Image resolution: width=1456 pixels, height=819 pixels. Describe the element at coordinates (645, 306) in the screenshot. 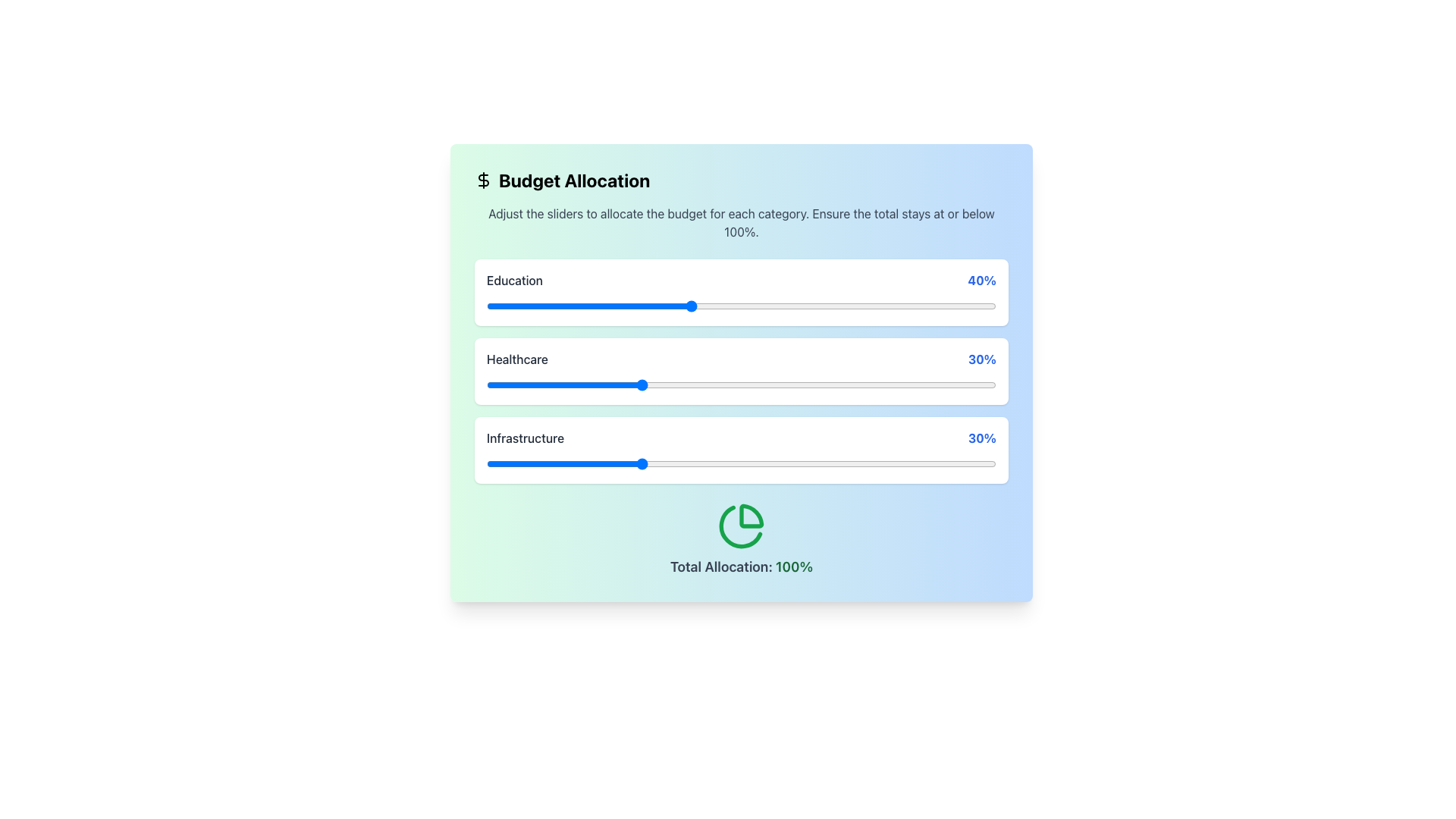

I see `the budget allocation for Education` at that location.